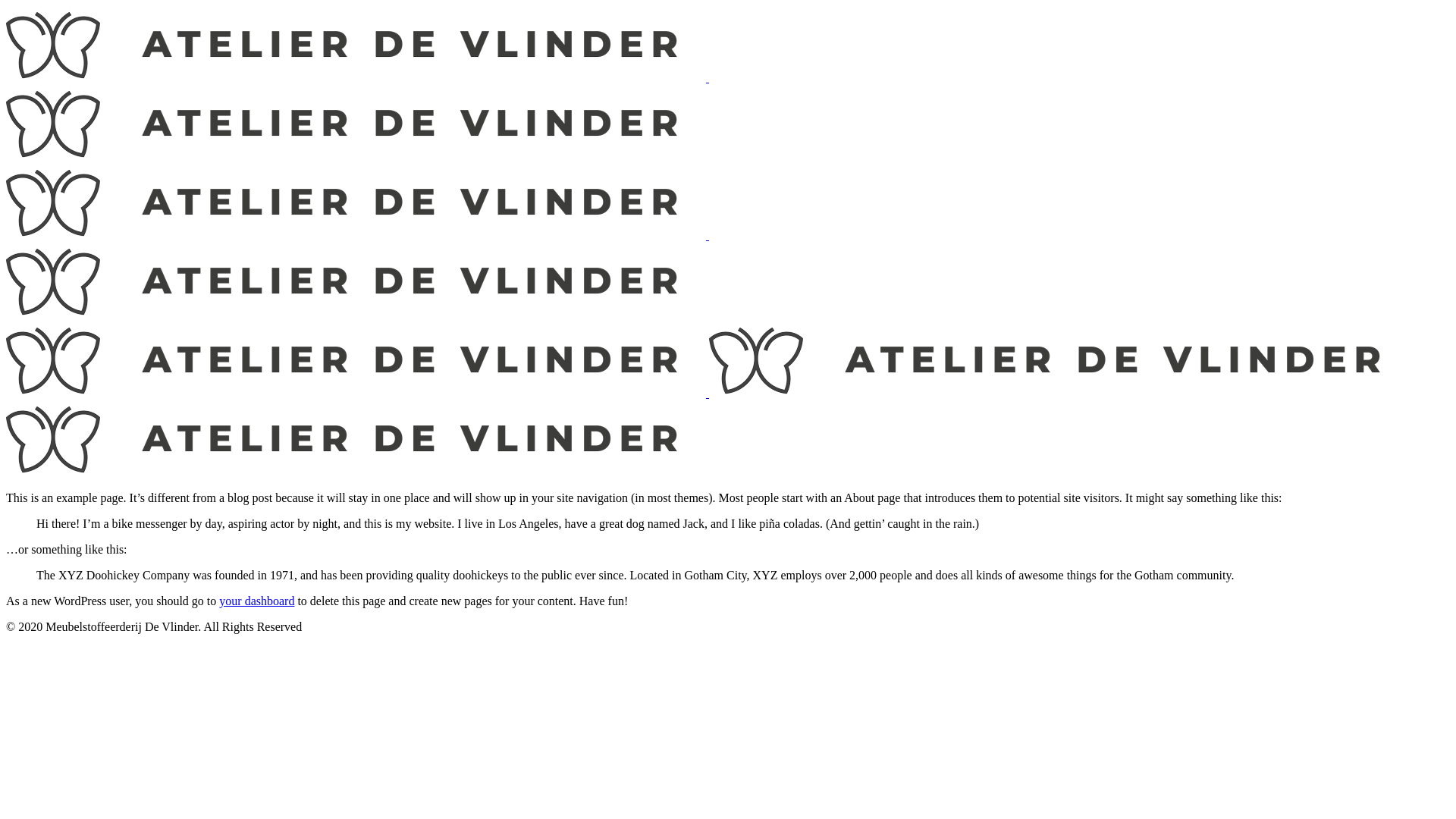 This screenshot has width=1456, height=819. What do you see at coordinates (256, 600) in the screenshot?
I see `'your dashboard'` at bounding box center [256, 600].